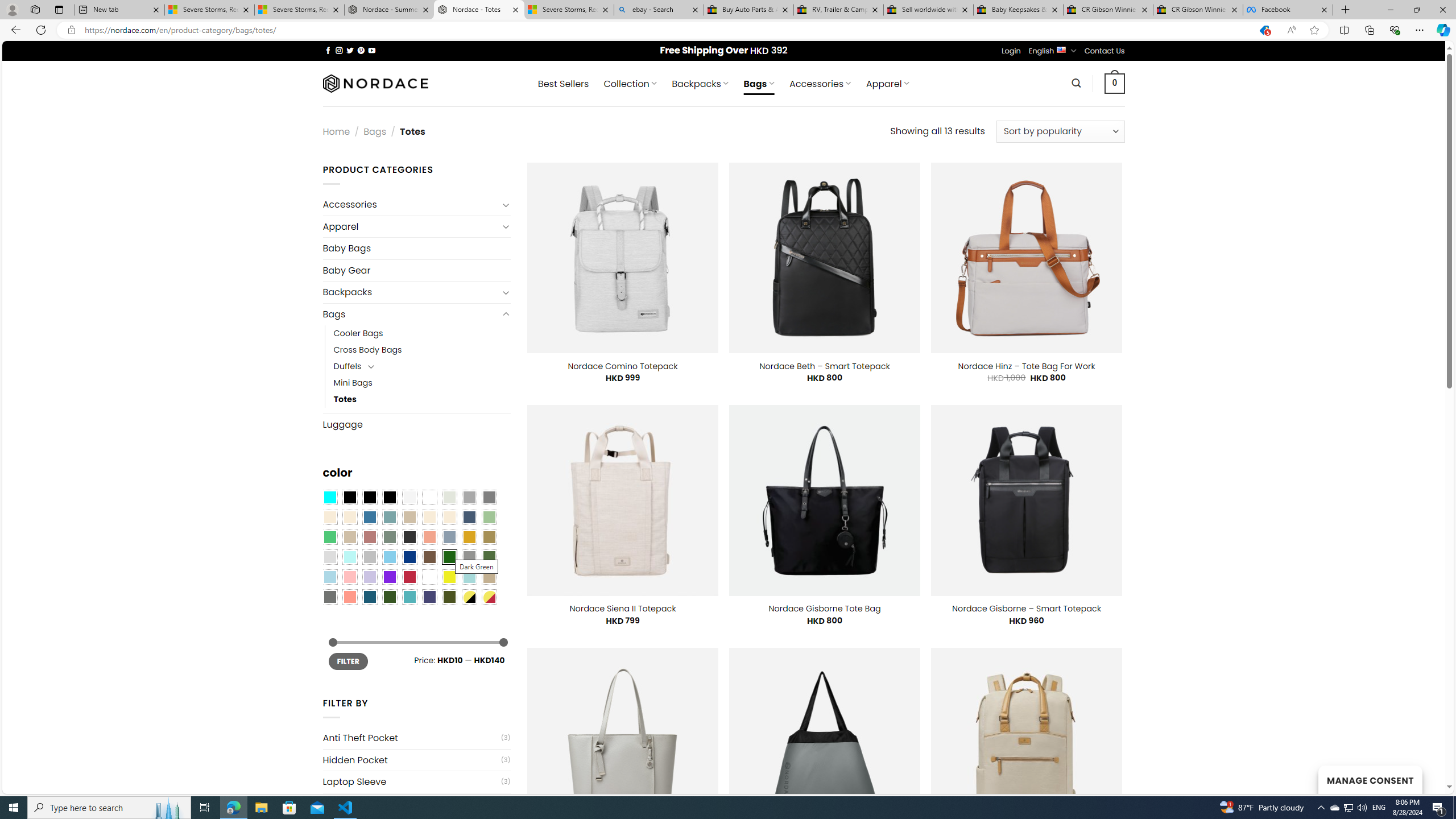  I want to click on 'Baby Bags', so click(416, 248).